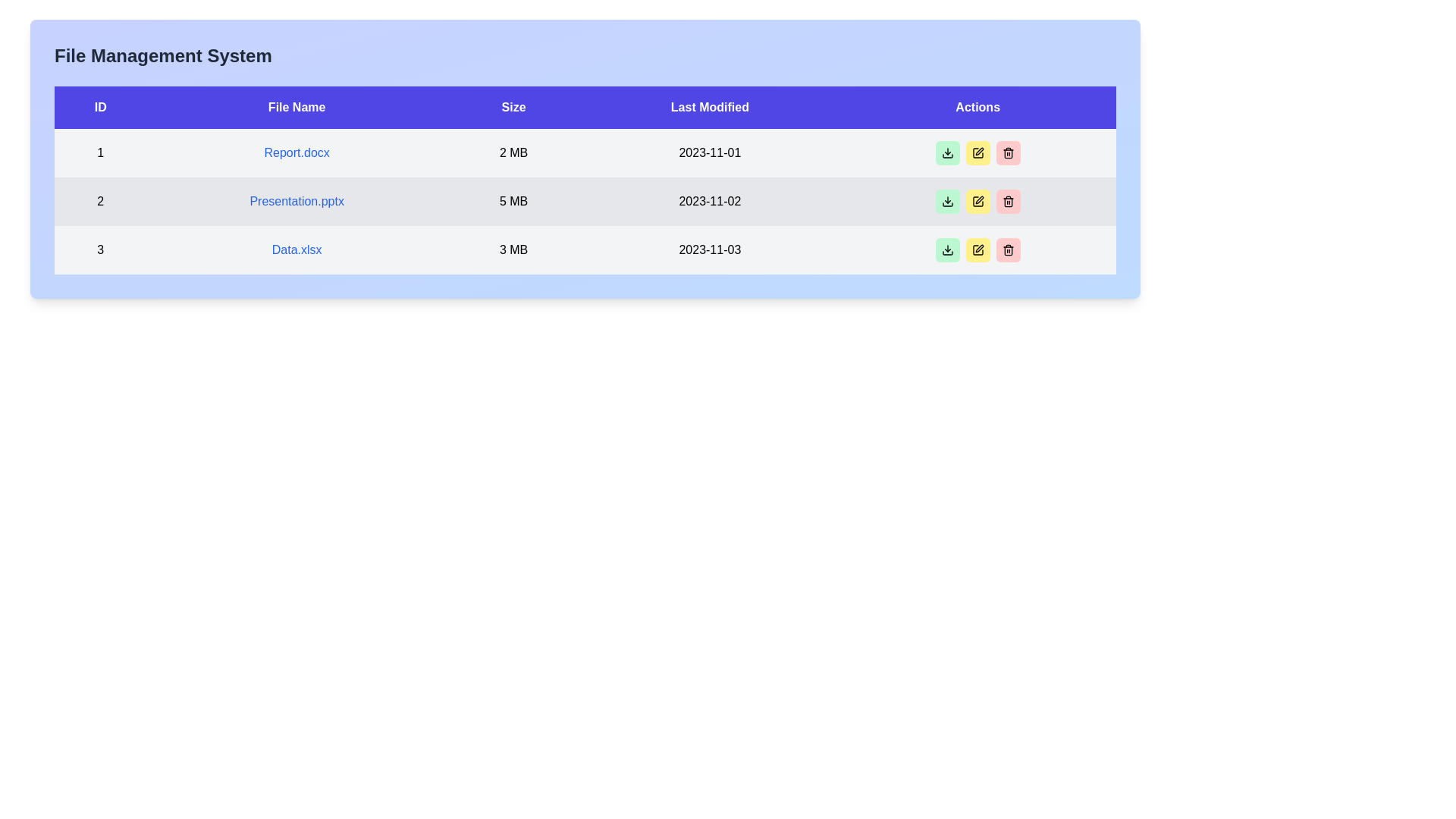  What do you see at coordinates (513, 201) in the screenshot?
I see `the text label displaying '5 MB' in the 'Size' column of a table, which is located in the third cell of the second row, next to 'Presentation.pptx'` at bounding box center [513, 201].